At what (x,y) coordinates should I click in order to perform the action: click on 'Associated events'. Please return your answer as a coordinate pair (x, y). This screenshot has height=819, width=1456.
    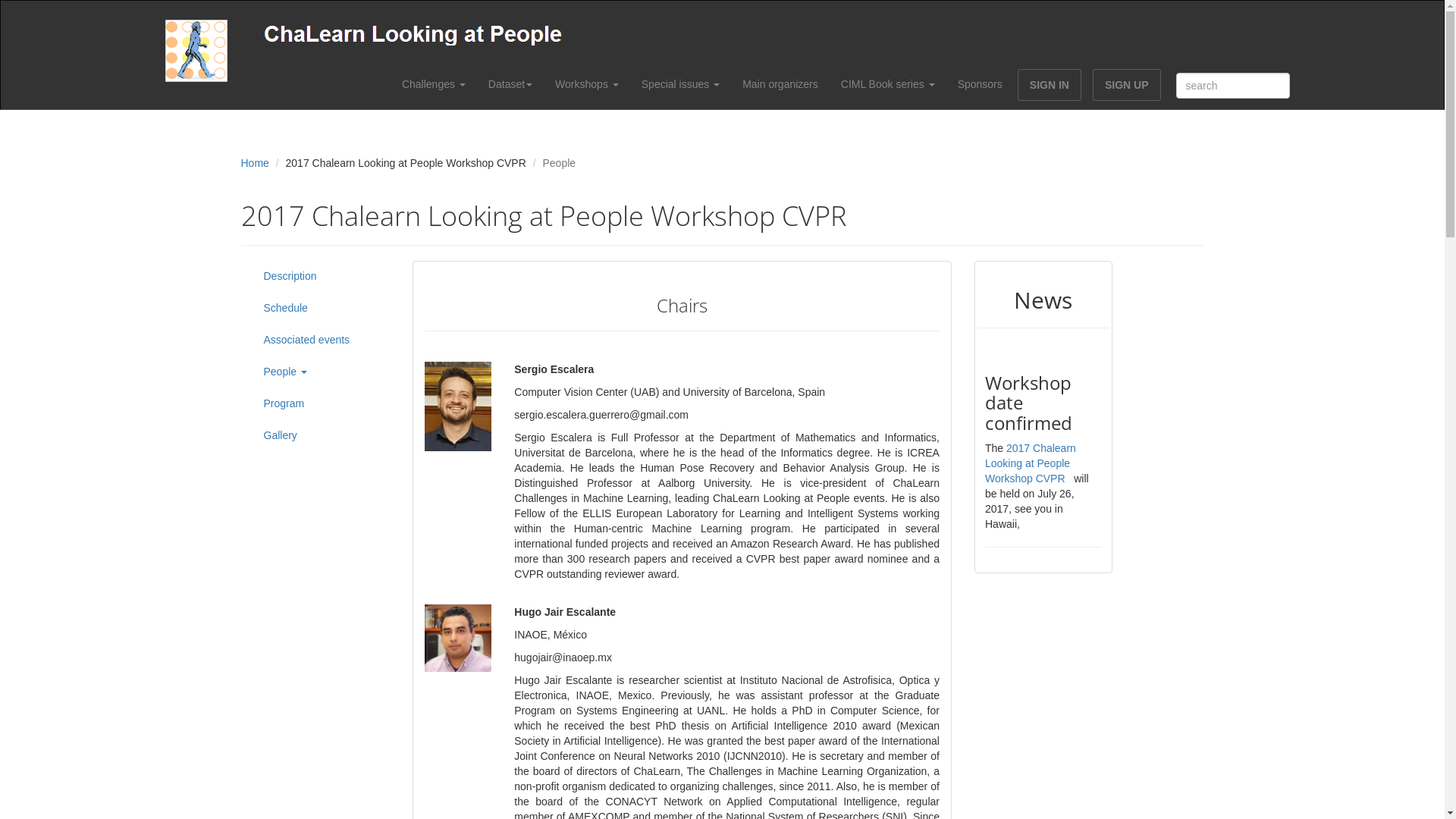
    Looking at the image, I should click on (319, 338).